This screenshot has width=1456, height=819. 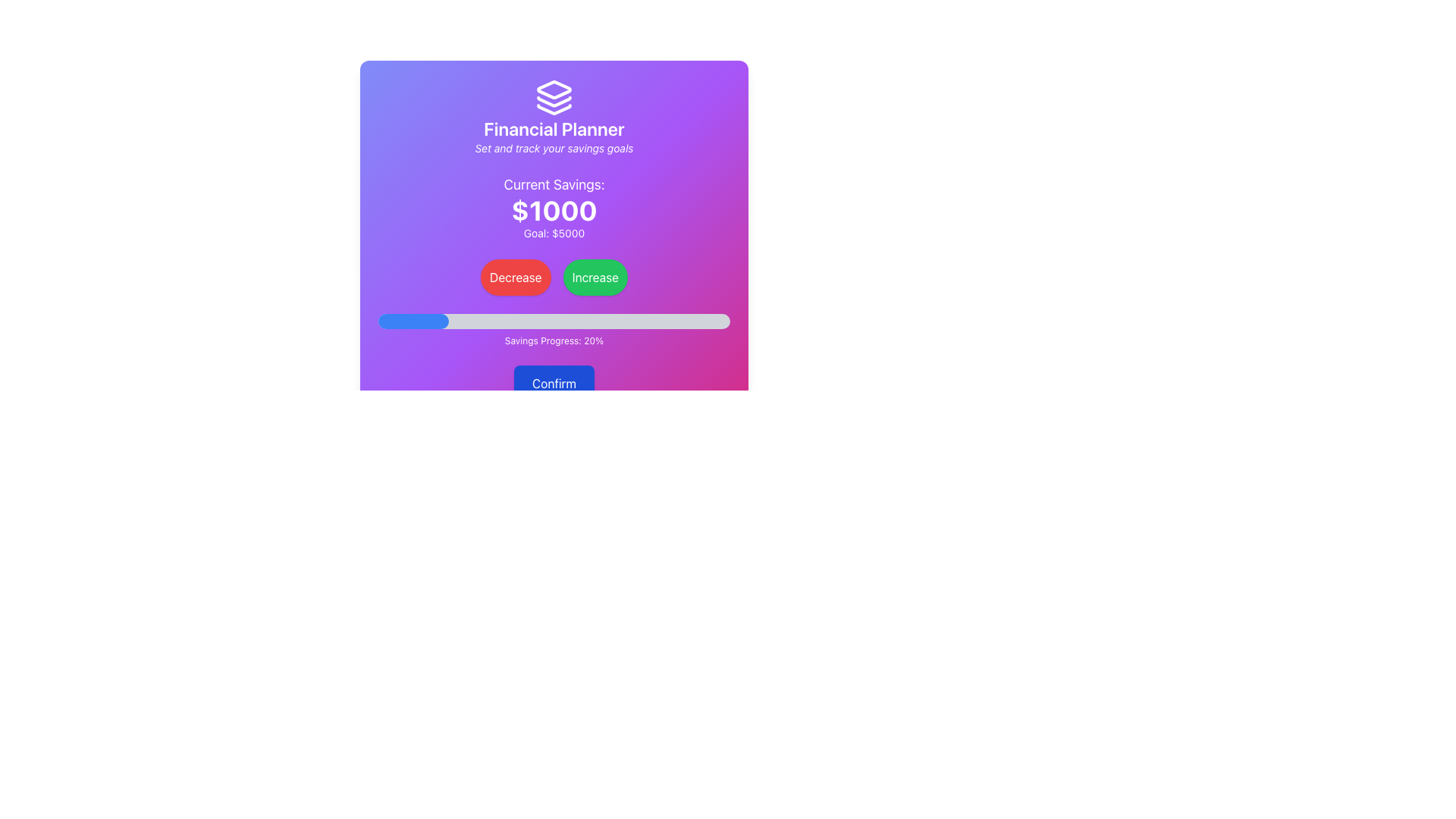 I want to click on the header text display that provides an overview of the feature, located at the upper section of the interface, centered horizontally, so click(x=553, y=116).